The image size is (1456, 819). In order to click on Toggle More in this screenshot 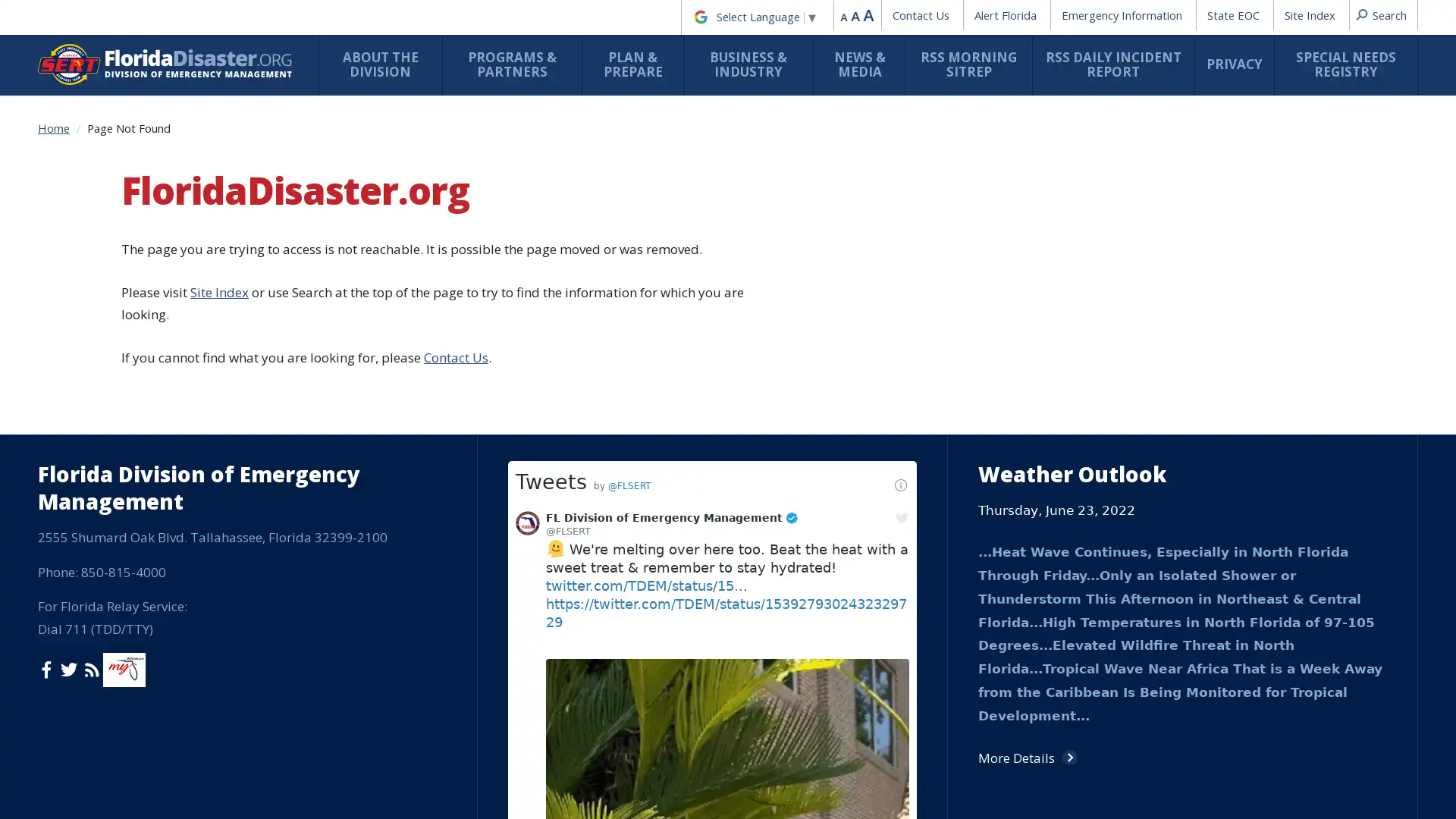, I will do `click(760, 580)`.